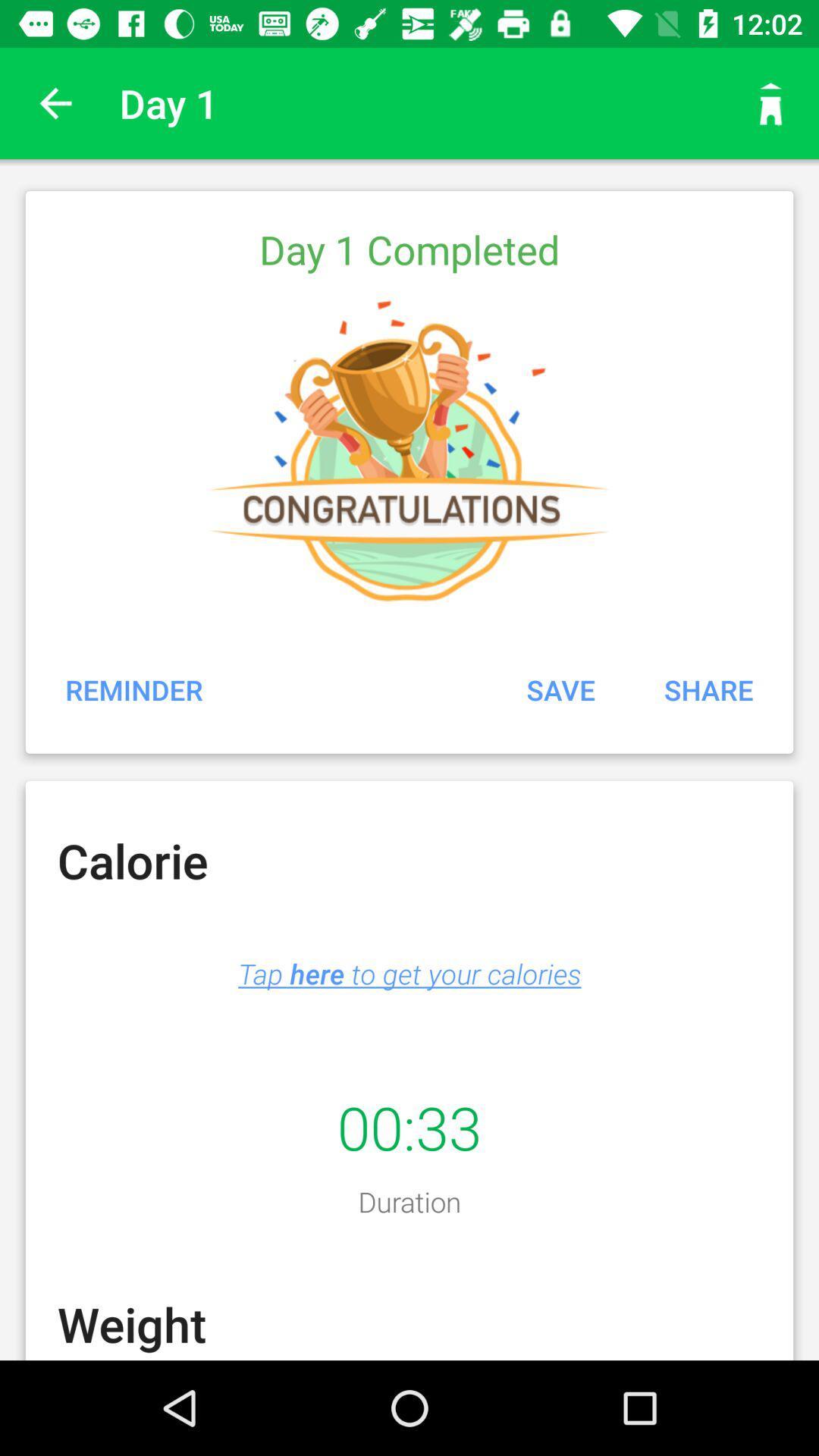  I want to click on icon next to save icon, so click(708, 689).